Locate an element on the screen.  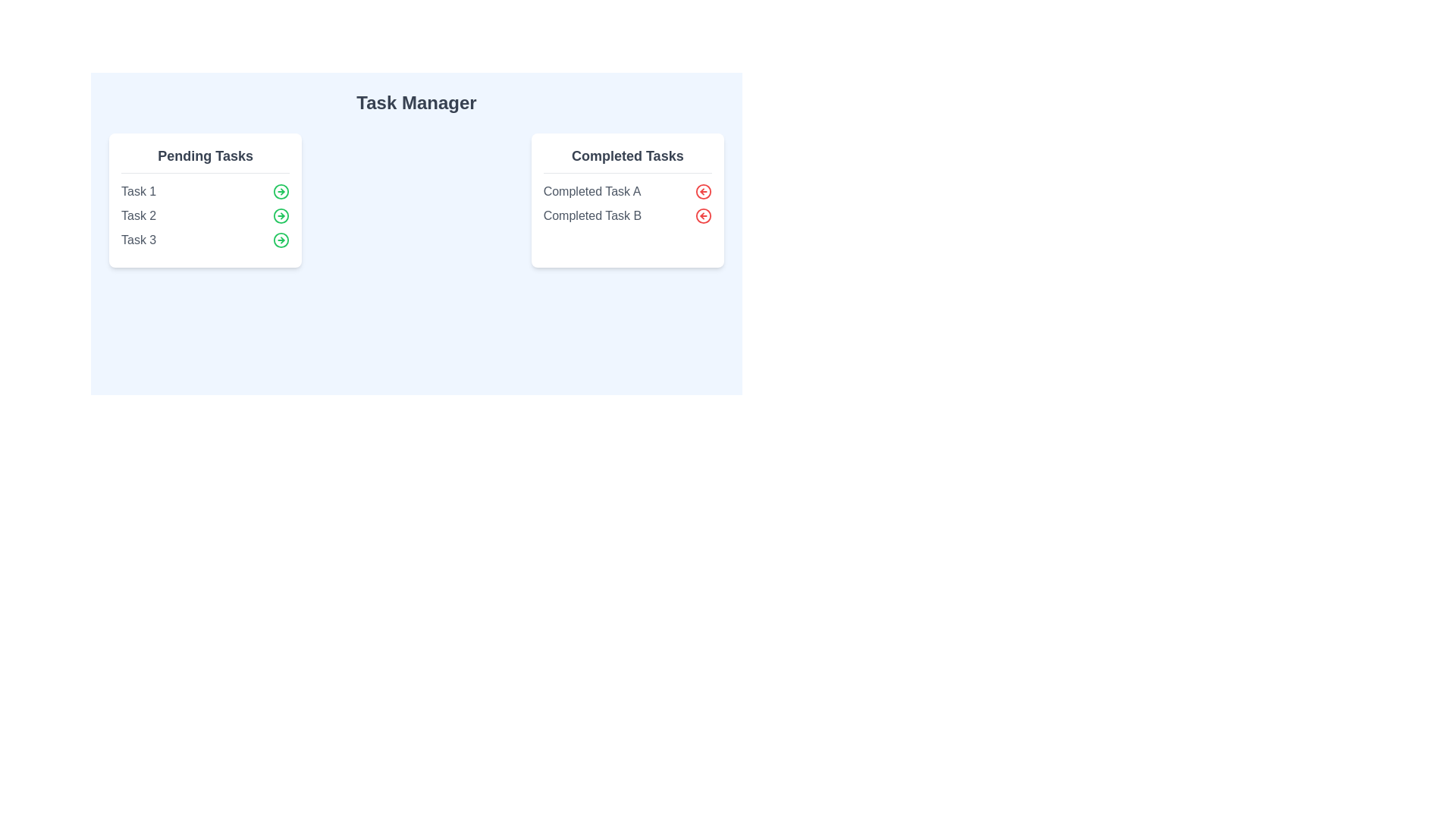
red arrow button next to the task Completed Task A in the 'Completed Tasks' section to transfer it to 'Pending Tasks' is located at coordinates (702, 191).